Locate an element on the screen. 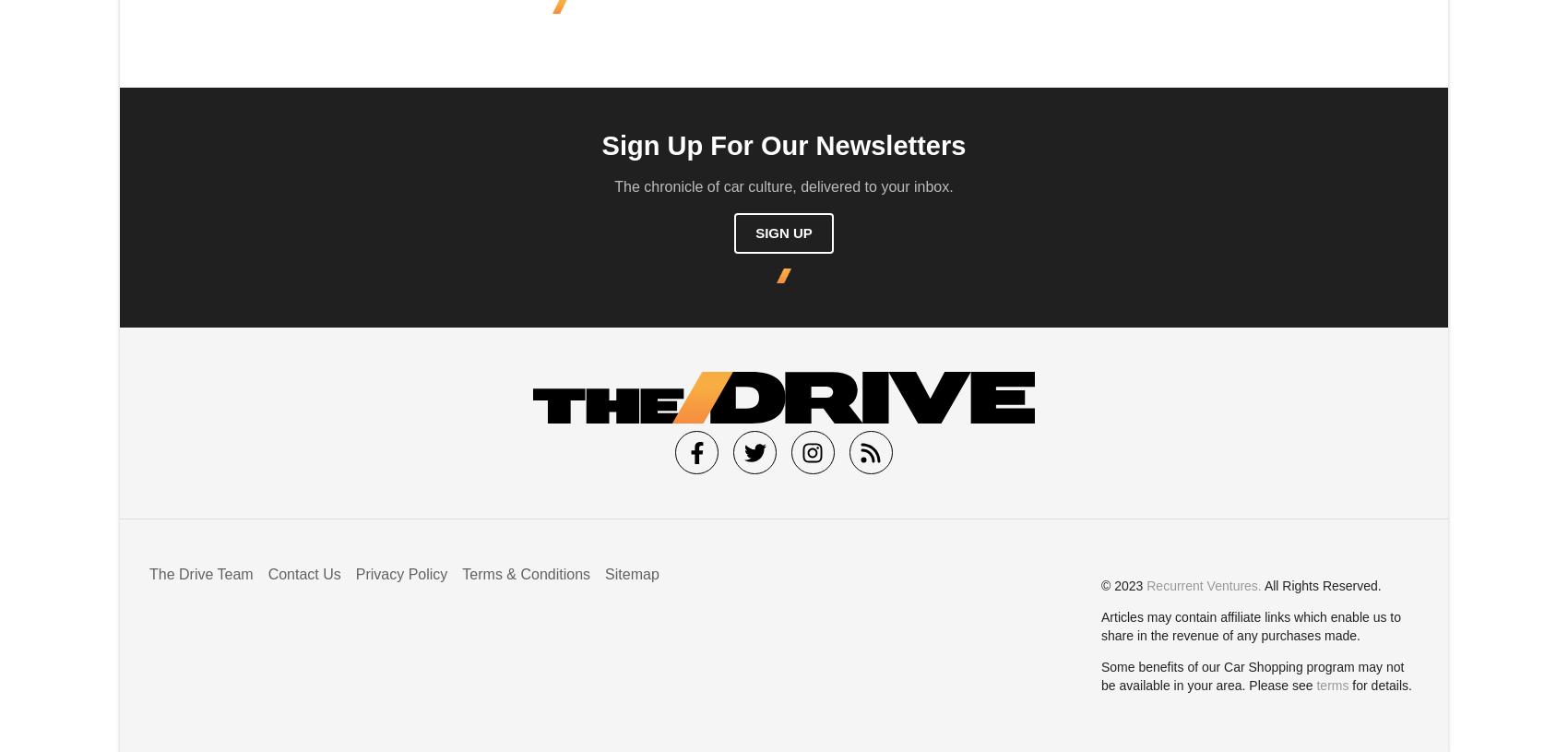 This screenshot has height=752, width=1568. 'Contact Us' is located at coordinates (303, 573).